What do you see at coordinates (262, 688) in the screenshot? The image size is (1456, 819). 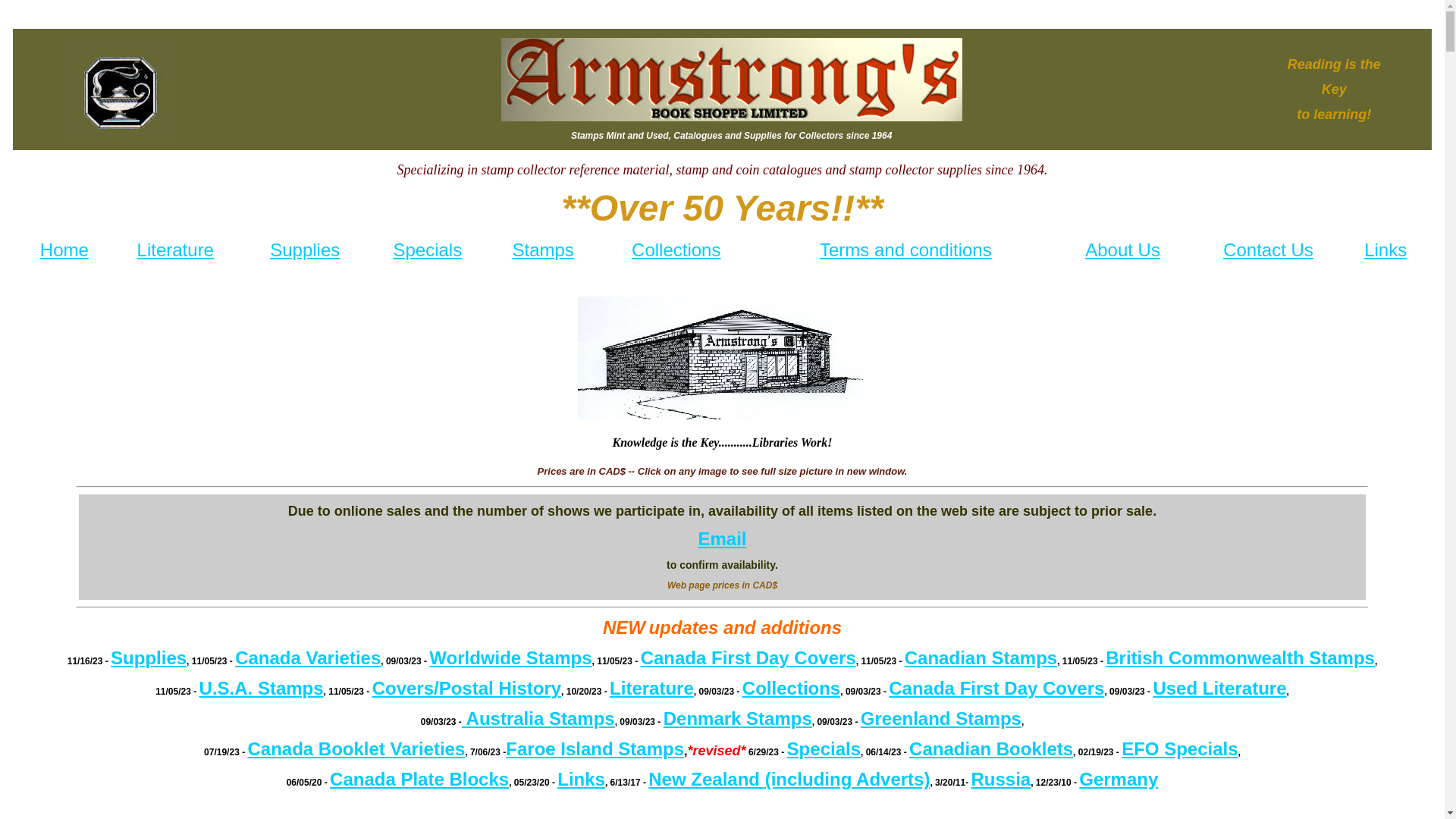 I see `'U.S.A. Stamps'` at bounding box center [262, 688].